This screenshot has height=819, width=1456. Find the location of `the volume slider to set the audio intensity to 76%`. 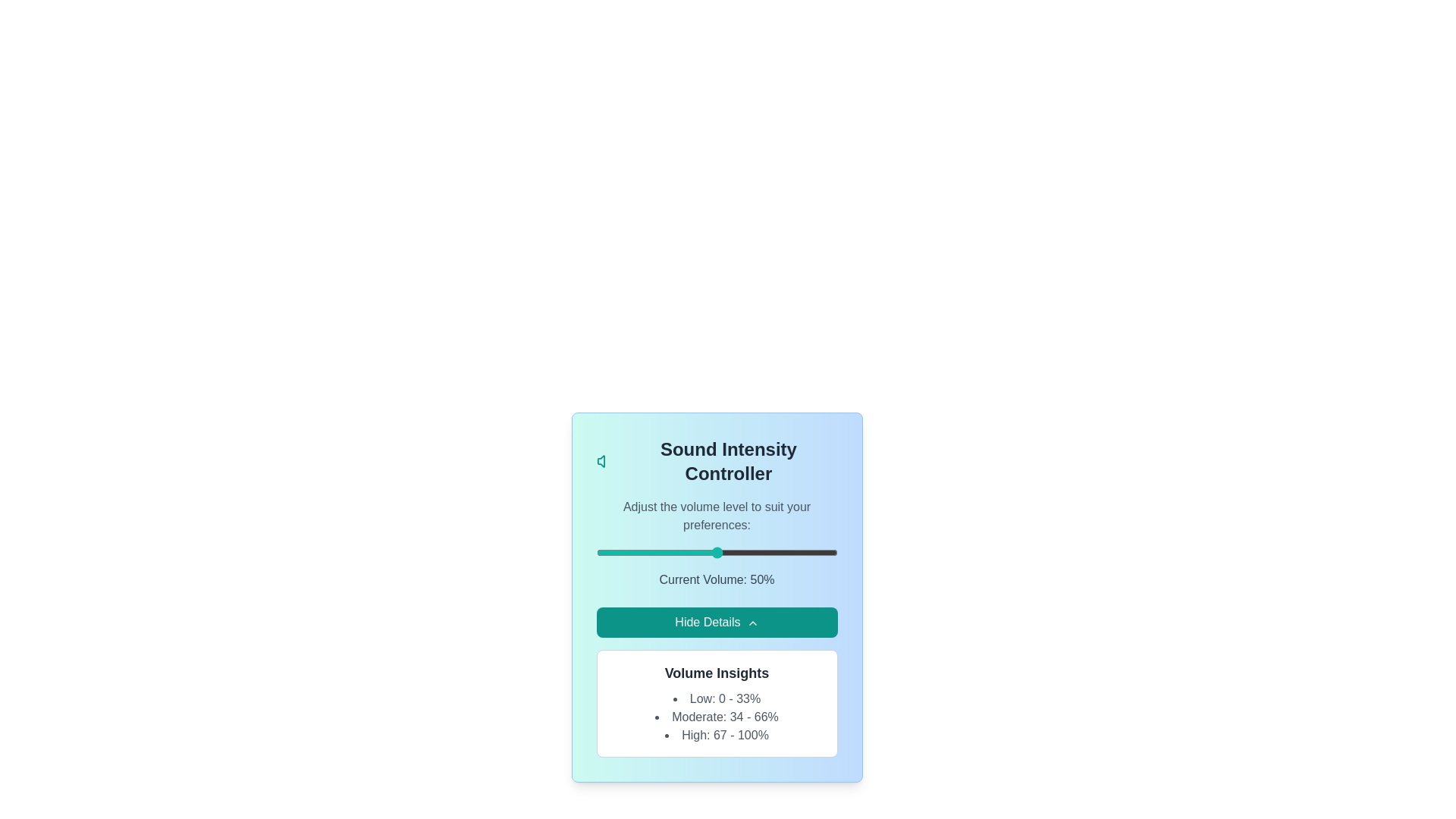

the volume slider to set the audio intensity to 76% is located at coordinates (780, 553).